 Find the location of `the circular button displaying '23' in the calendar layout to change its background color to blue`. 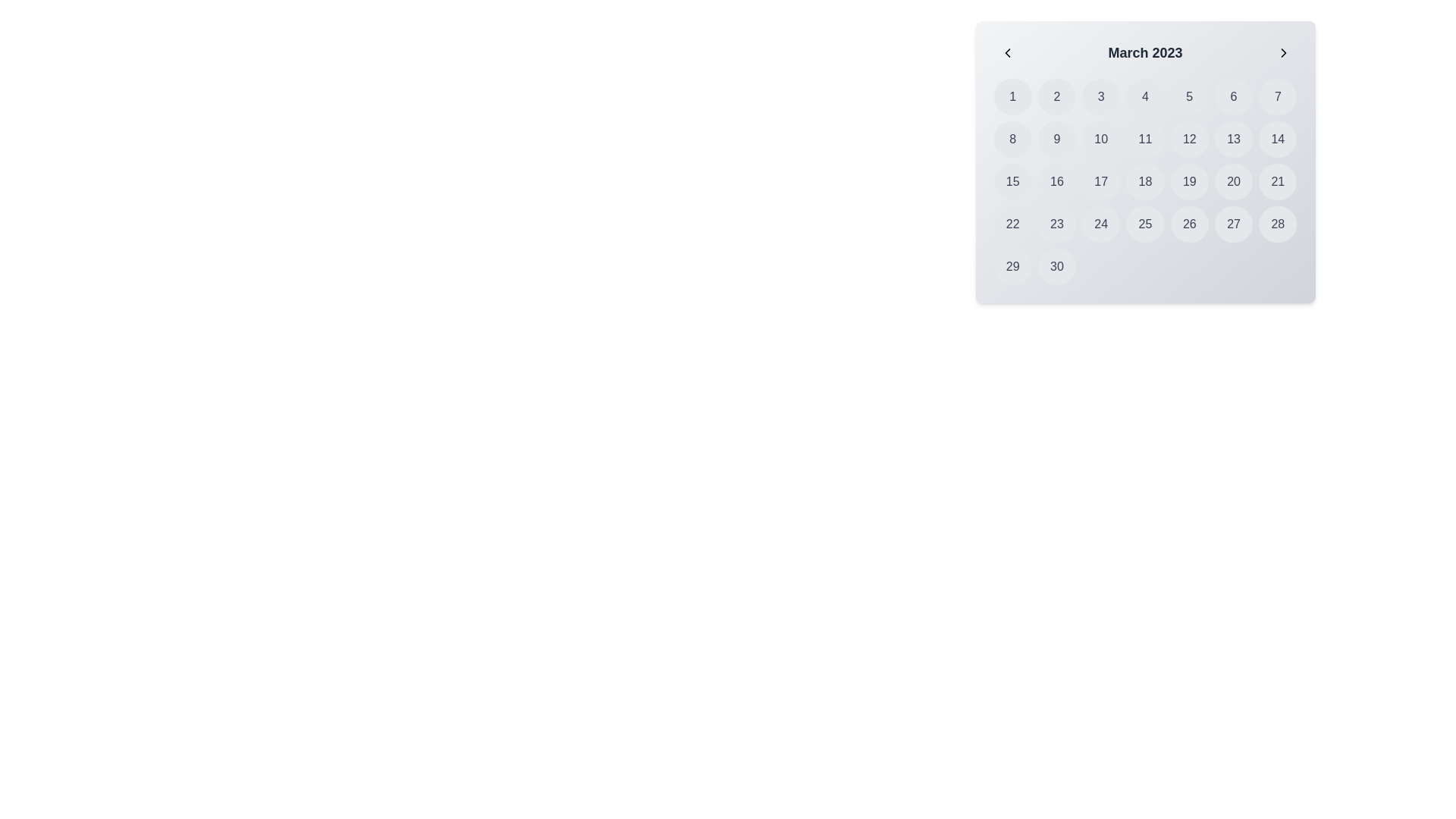

the circular button displaying '23' in the calendar layout to change its background color to blue is located at coordinates (1056, 224).